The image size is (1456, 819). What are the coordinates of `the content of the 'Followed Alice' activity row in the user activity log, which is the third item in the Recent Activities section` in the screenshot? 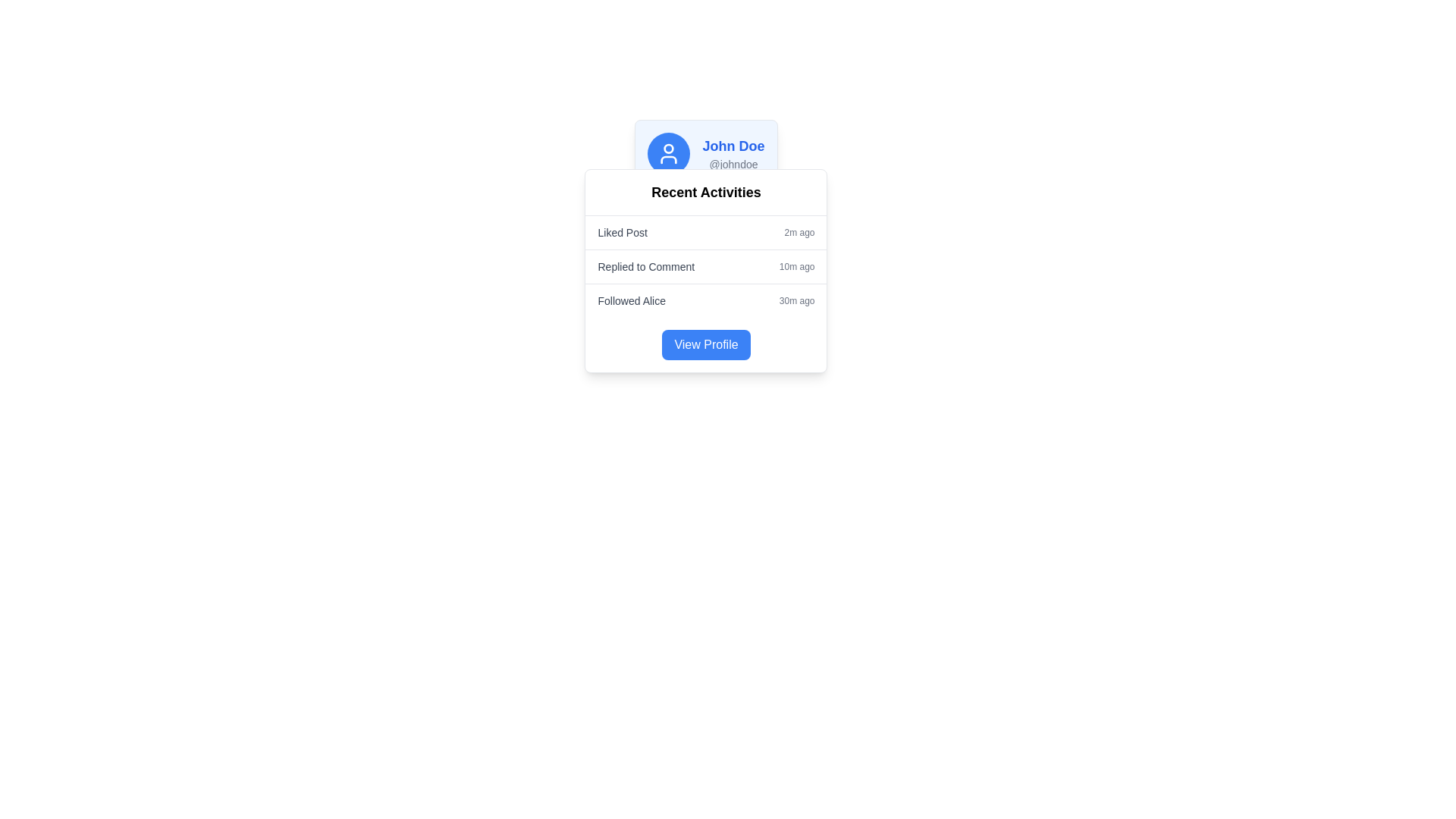 It's located at (705, 300).